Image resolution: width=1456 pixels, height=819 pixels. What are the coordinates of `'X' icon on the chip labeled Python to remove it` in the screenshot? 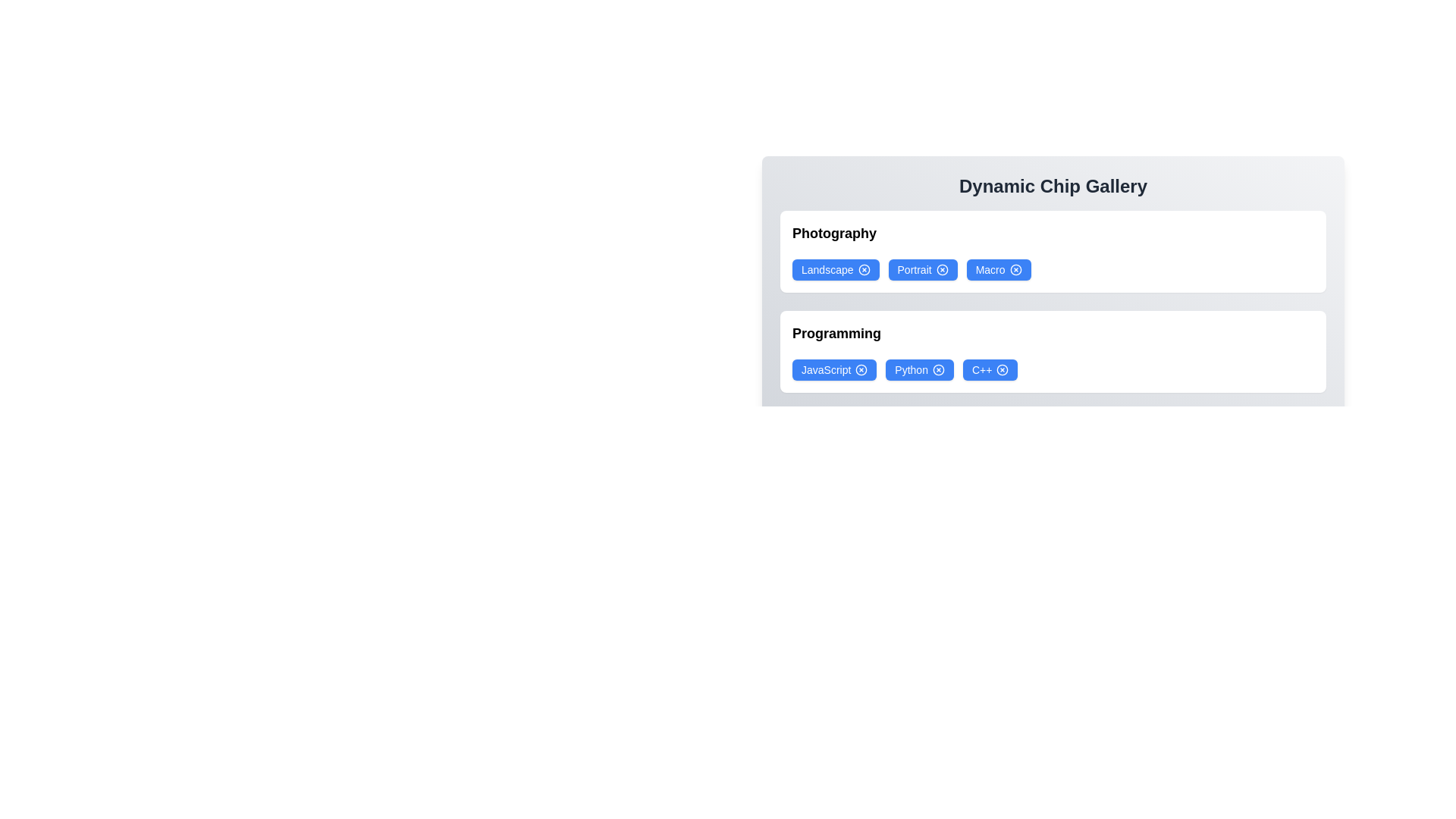 It's located at (938, 370).